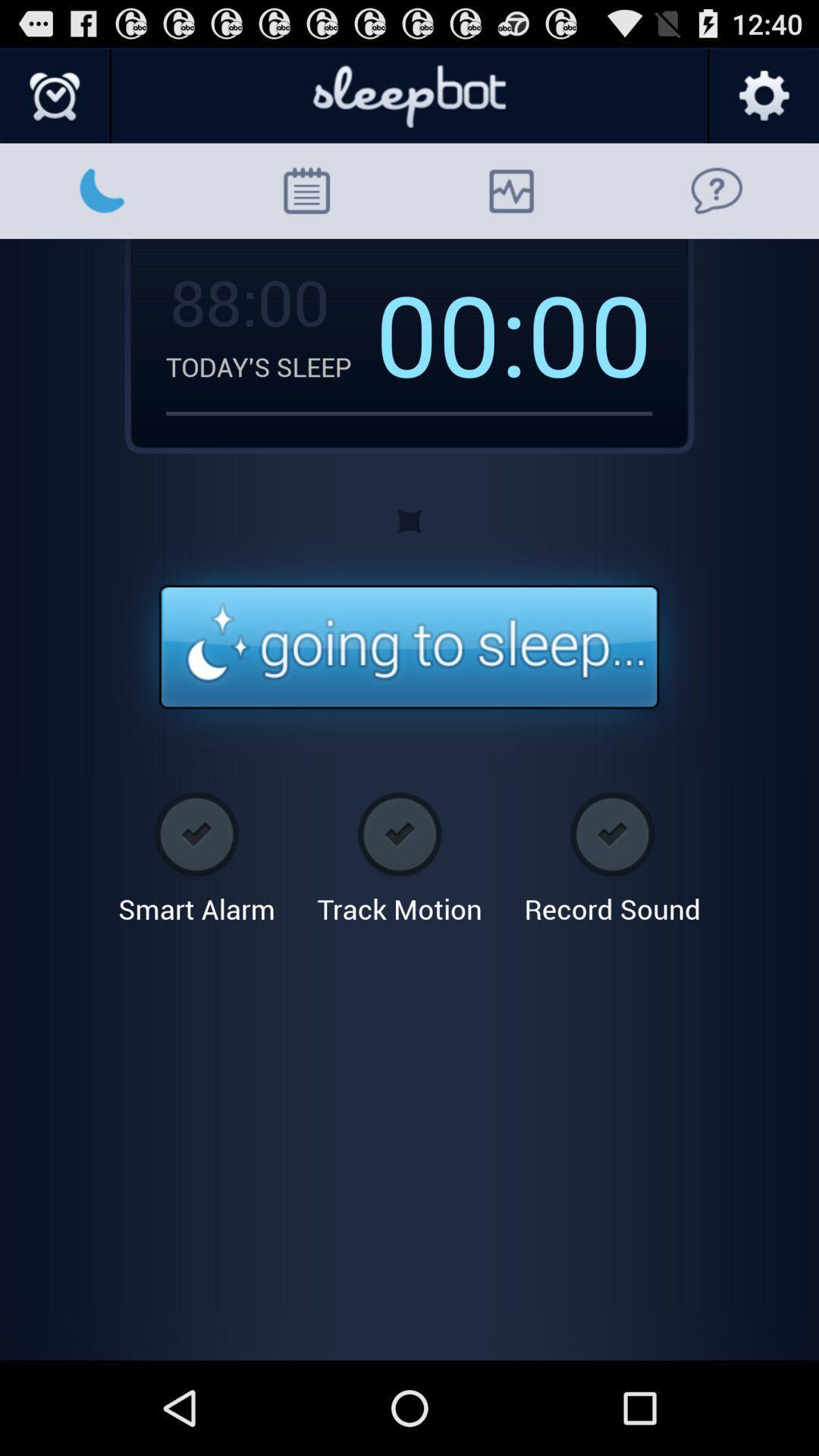 The width and height of the screenshot is (819, 1456). Describe the element at coordinates (408, 648) in the screenshot. I see `timer alert button` at that location.